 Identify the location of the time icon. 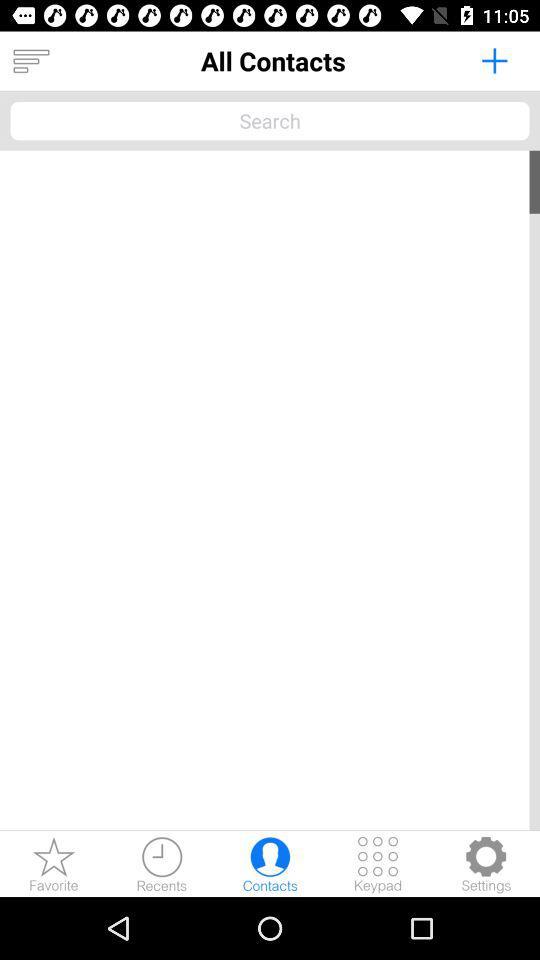
(161, 863).